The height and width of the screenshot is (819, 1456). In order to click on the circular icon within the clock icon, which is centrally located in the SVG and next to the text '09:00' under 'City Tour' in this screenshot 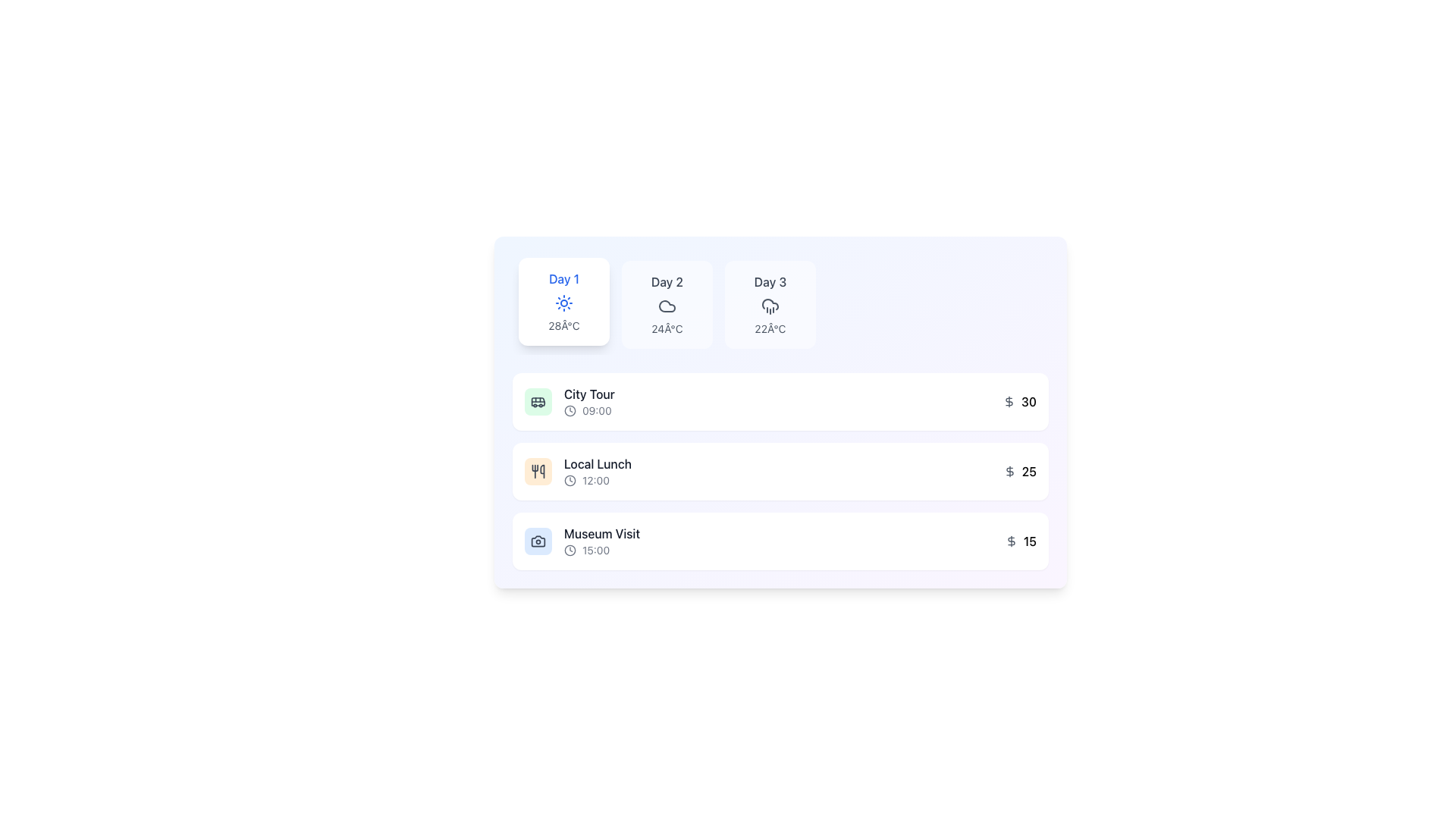, I will do `click(570, 480)`.